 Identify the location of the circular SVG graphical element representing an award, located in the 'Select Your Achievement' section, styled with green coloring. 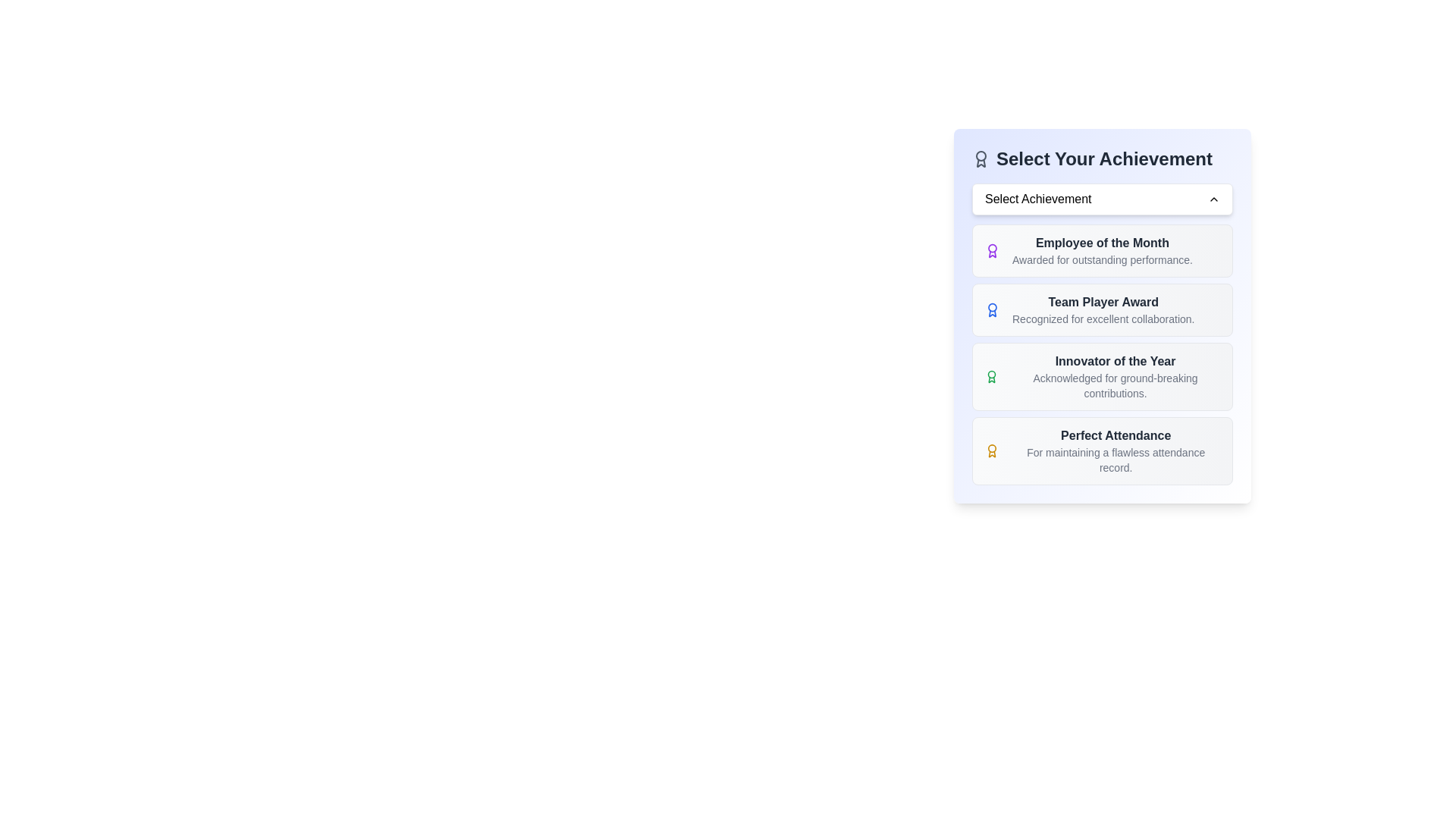
(992, 374).